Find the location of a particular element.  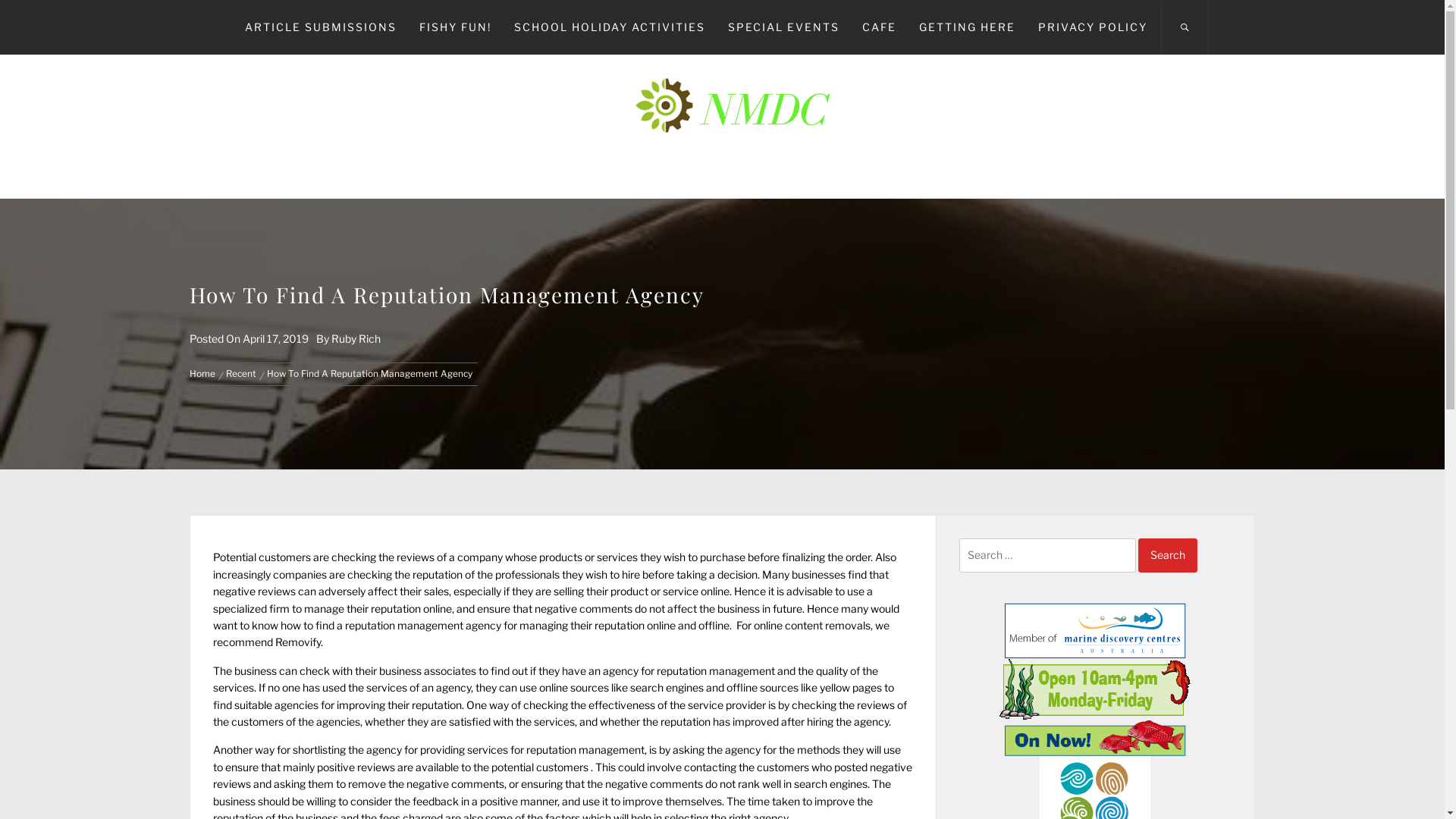

'Skip to content' is located at coordinates (0, 0).